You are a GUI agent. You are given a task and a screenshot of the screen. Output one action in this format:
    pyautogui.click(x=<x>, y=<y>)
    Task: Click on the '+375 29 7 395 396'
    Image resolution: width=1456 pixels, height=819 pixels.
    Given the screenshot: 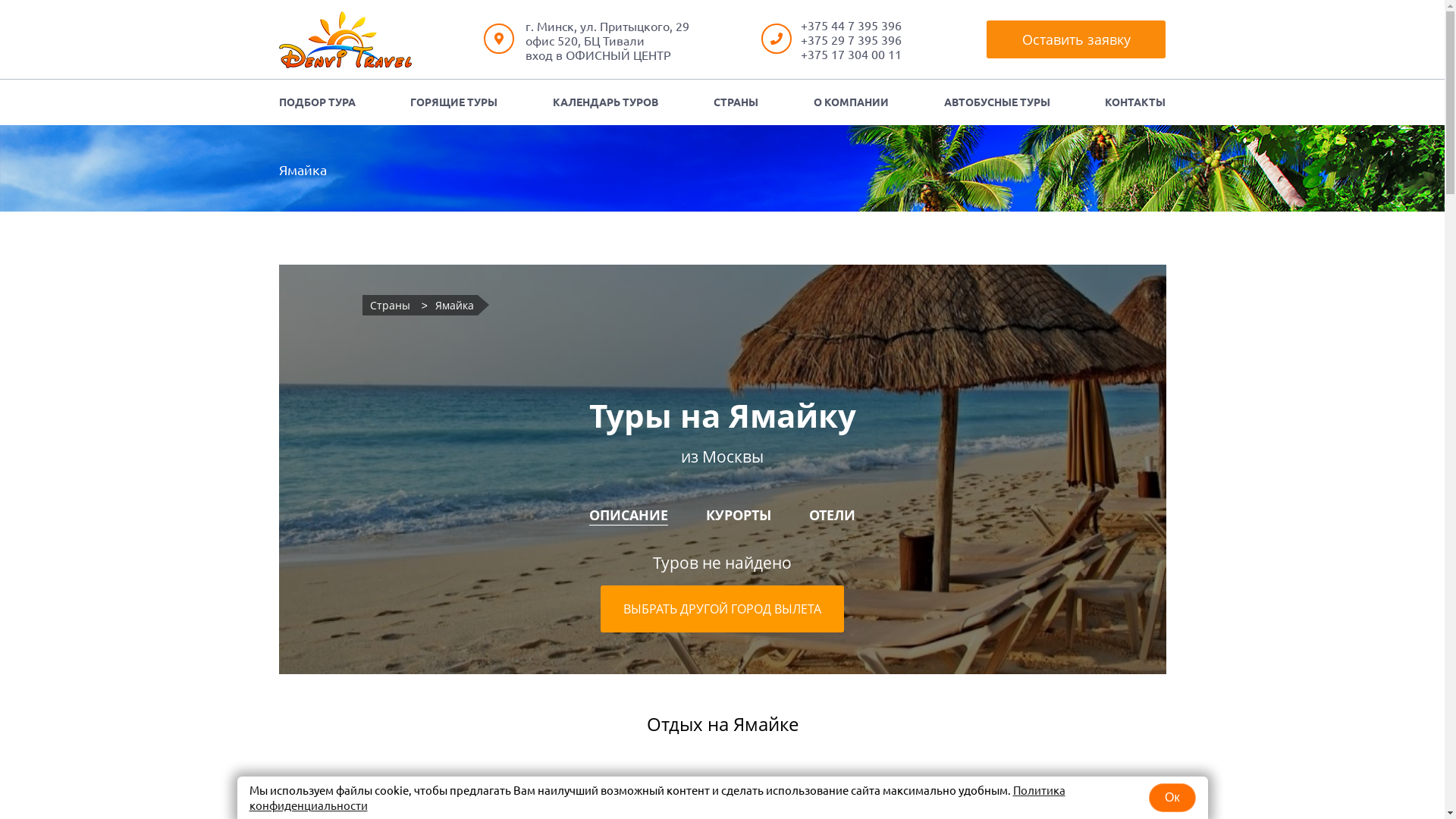 What is the action you would take?
    pyautogui.click(x=851, y=38)
    